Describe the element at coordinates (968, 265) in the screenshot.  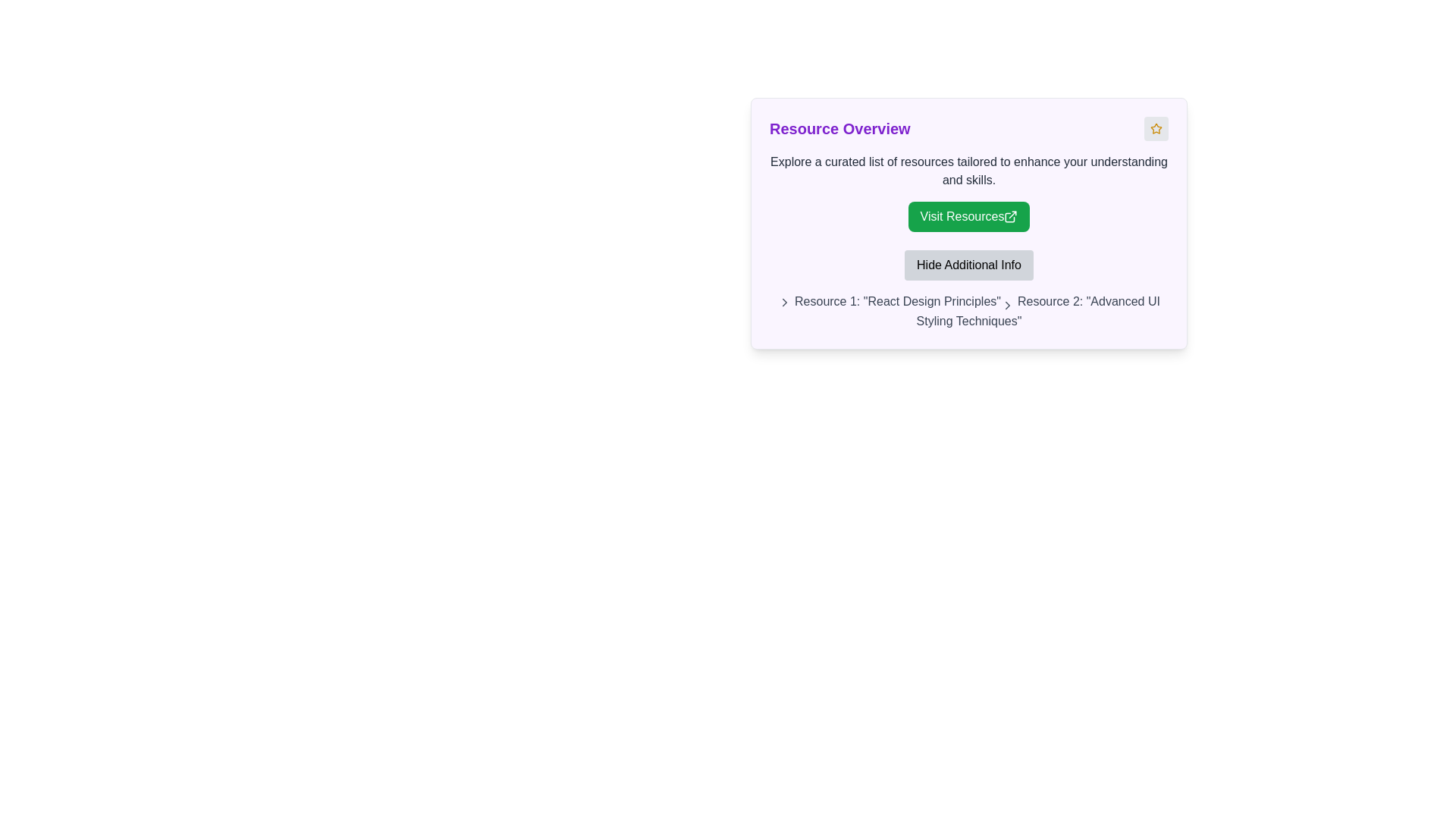
I see `the button below the 'Visit Resources' button in the 'Resource Overview' section to hide additional information` at that location.